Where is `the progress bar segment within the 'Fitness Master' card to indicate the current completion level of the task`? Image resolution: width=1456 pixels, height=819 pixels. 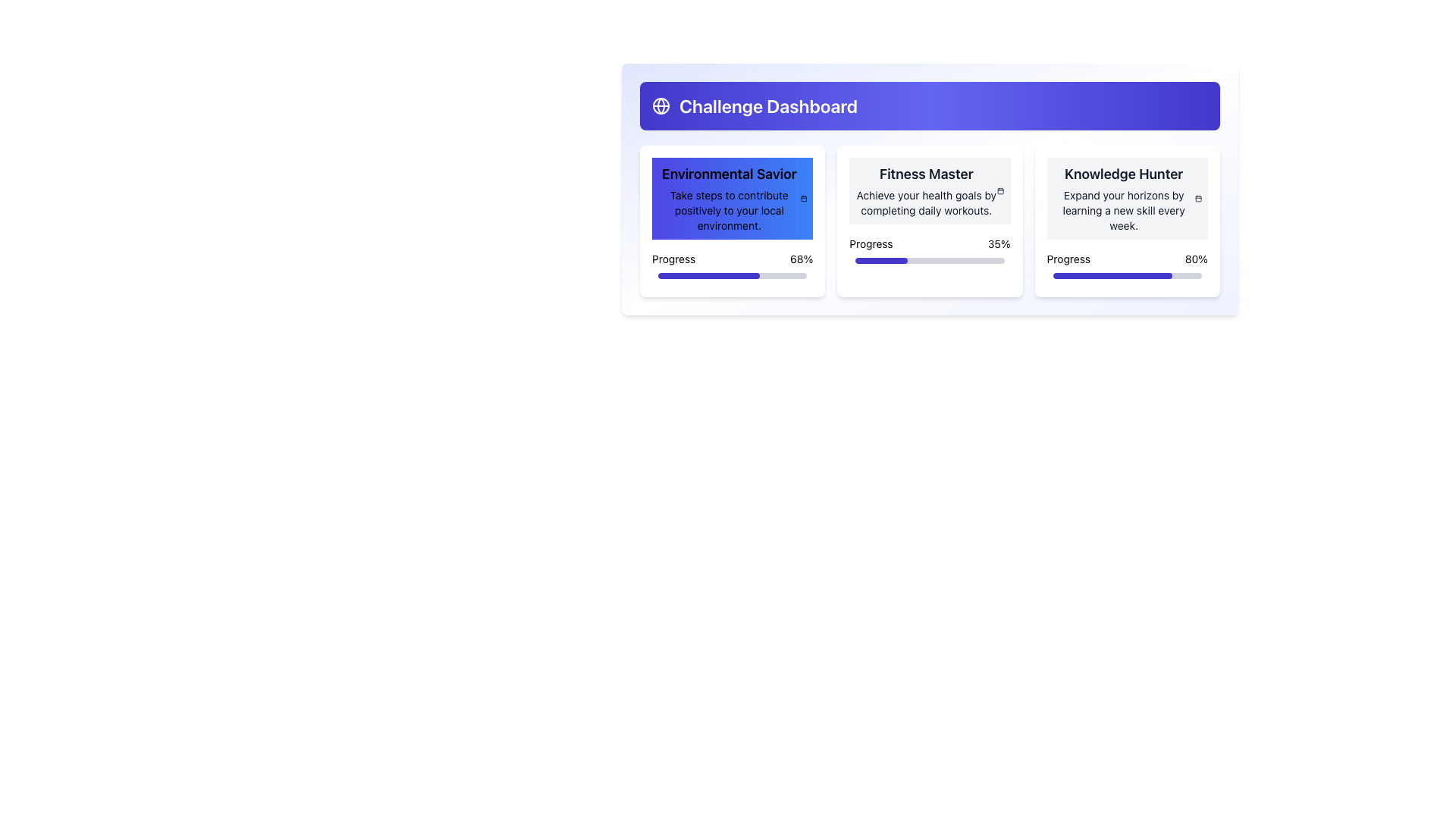 the progress bar segment within the 'Fitness Master' card to indicate the current completion level of the task is located at coordinates (881, 259).